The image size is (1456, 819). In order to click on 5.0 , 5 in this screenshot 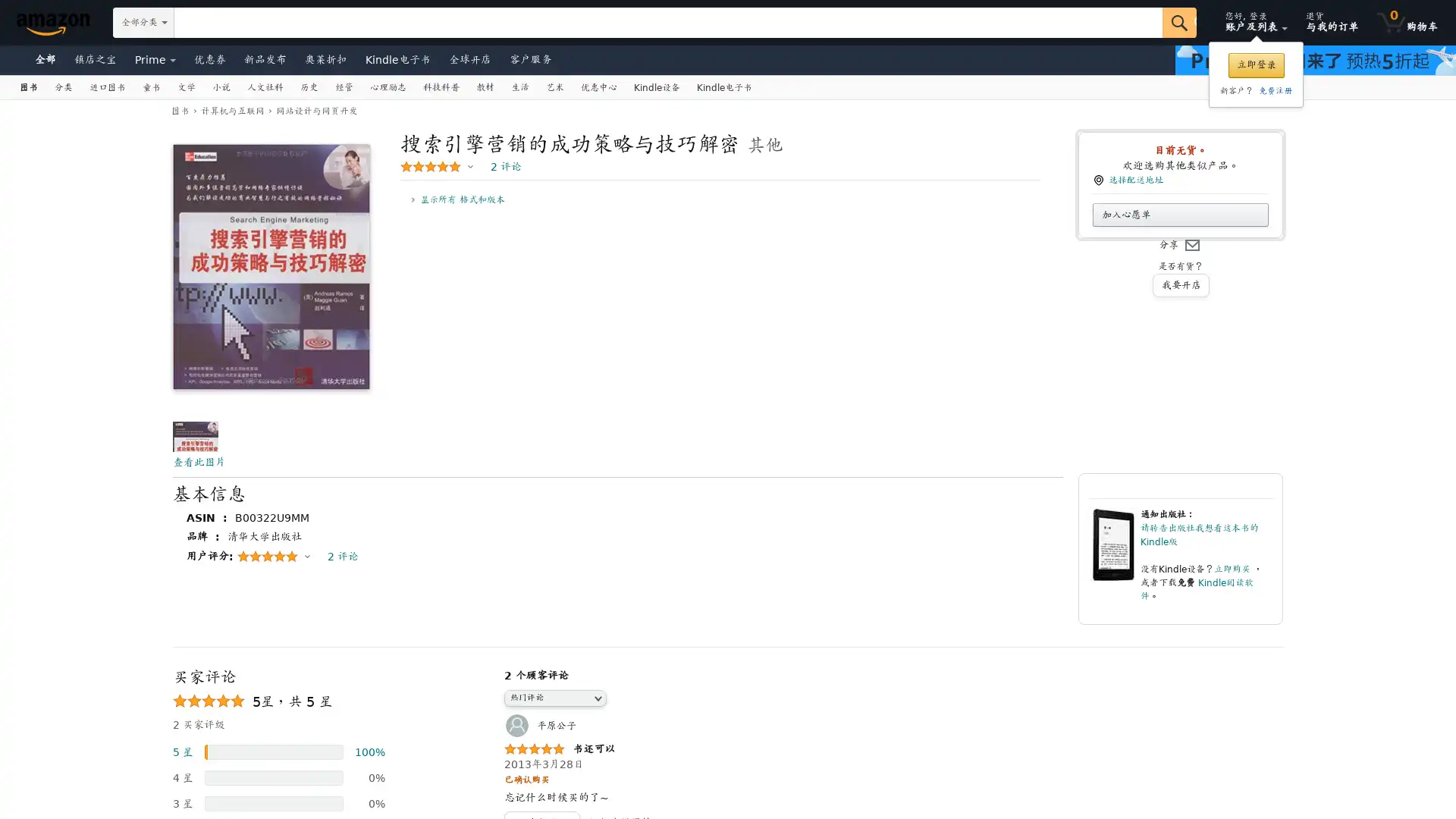, I will do `click(273, 555)`.